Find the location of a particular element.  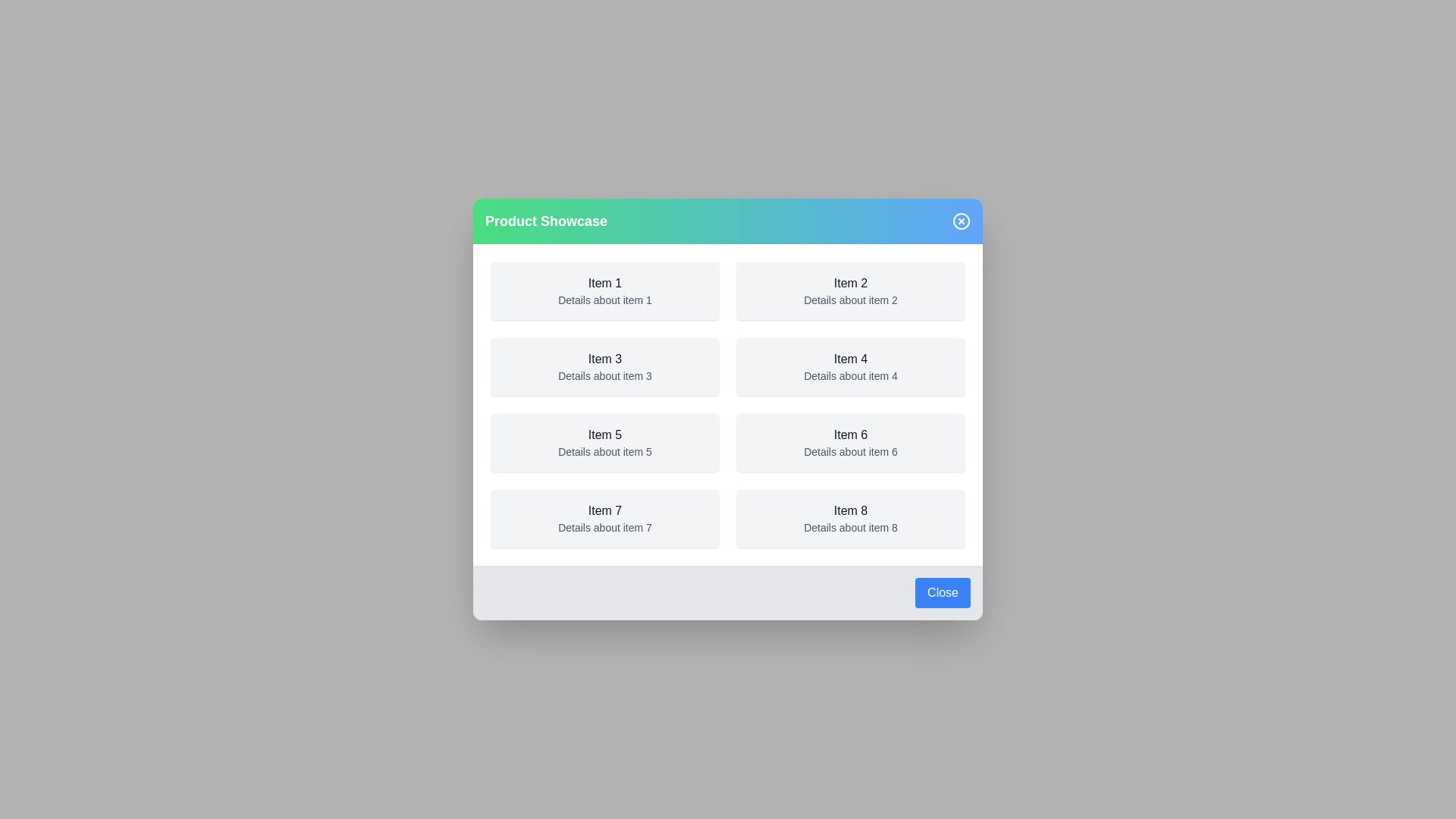

the top-right close button to close the dialog is located at coordinates (960, 221).